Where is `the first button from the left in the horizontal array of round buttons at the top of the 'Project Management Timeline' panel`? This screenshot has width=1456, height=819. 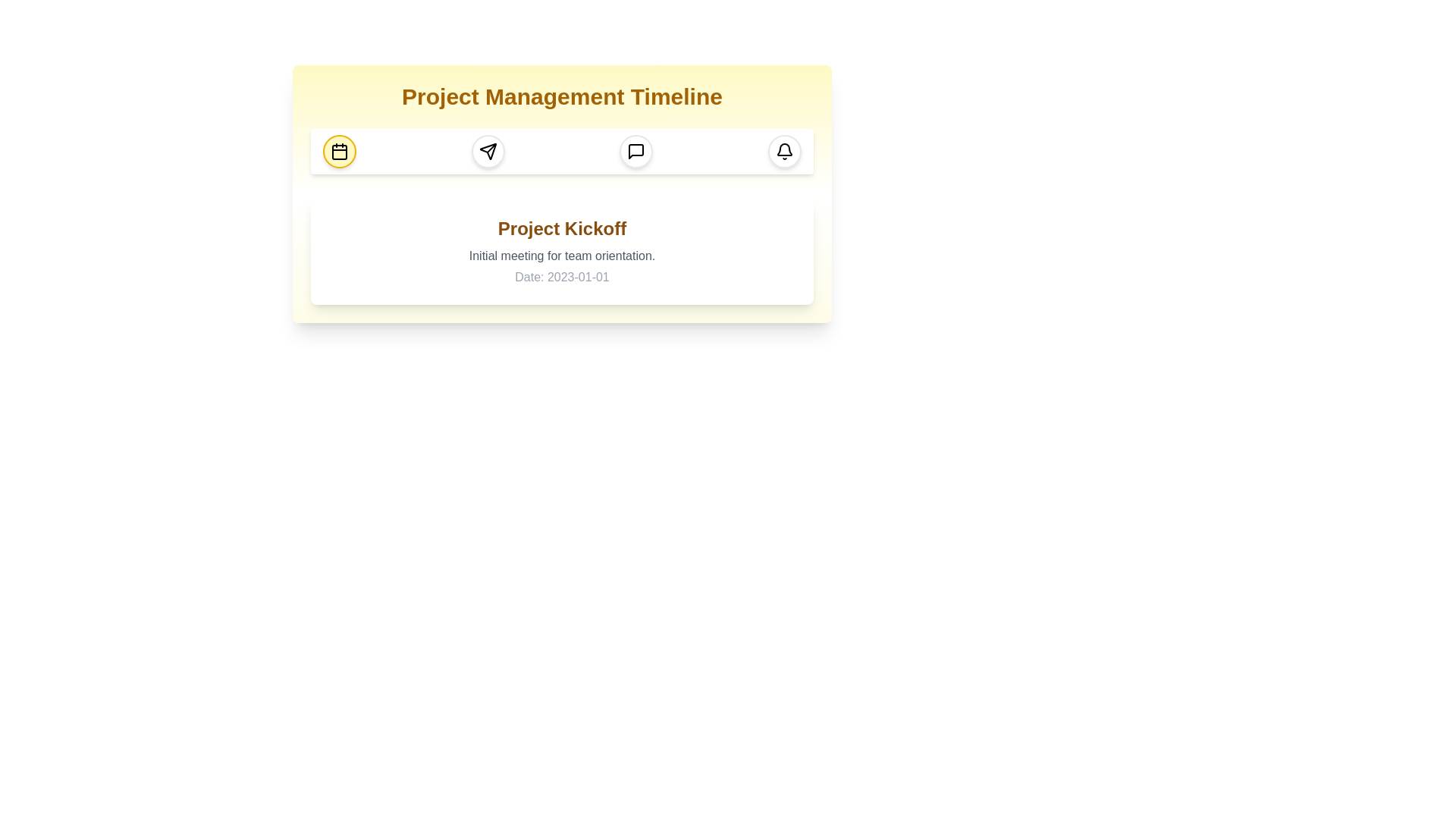 the first button from the left in the horizontal array of round buttons at the top of the 'Project Management Timeline' panel is located at coordinates (338, 152).